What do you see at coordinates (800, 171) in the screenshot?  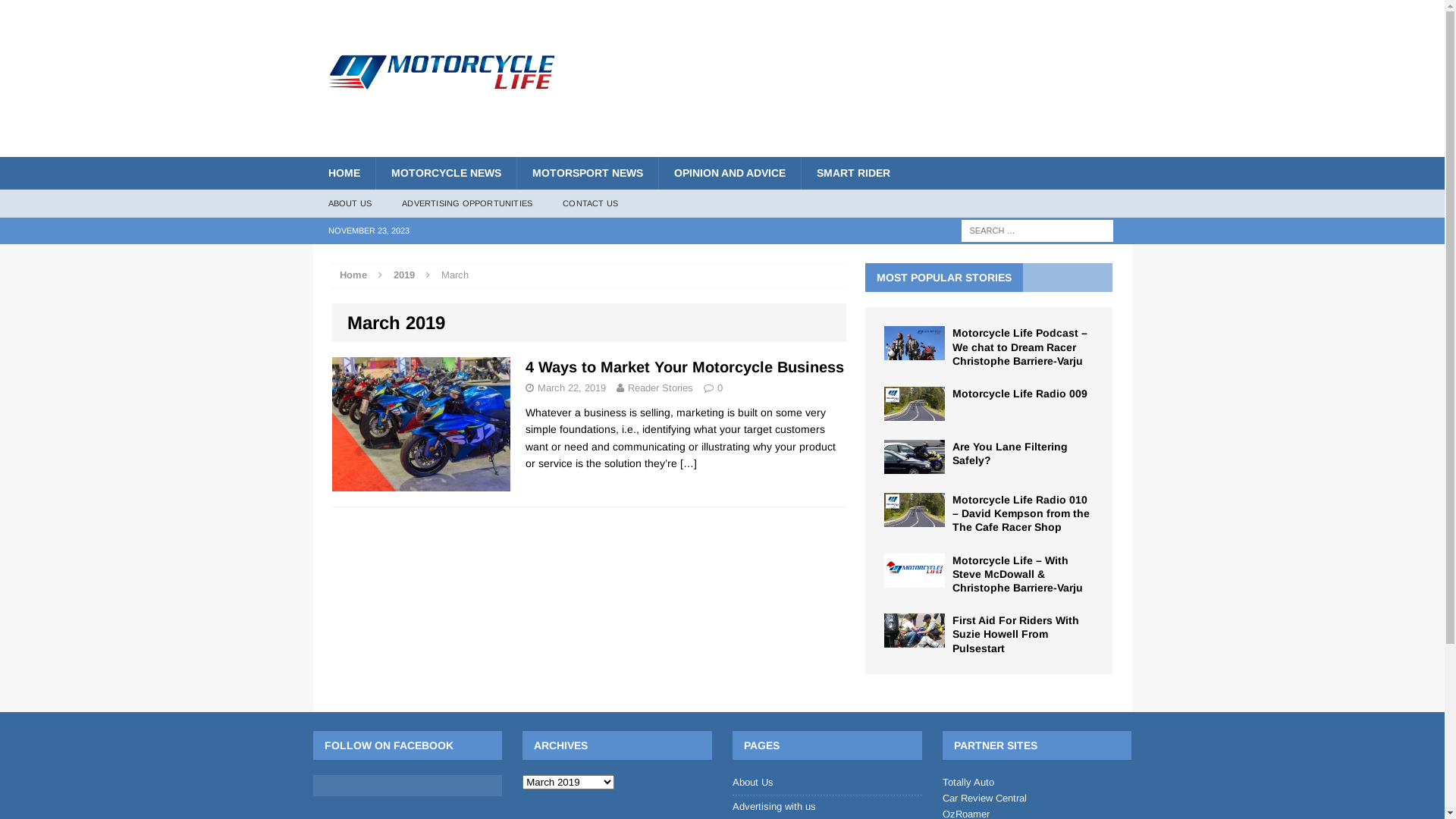 I see `'SMART RIDER'` at bounding box center [800, 171].